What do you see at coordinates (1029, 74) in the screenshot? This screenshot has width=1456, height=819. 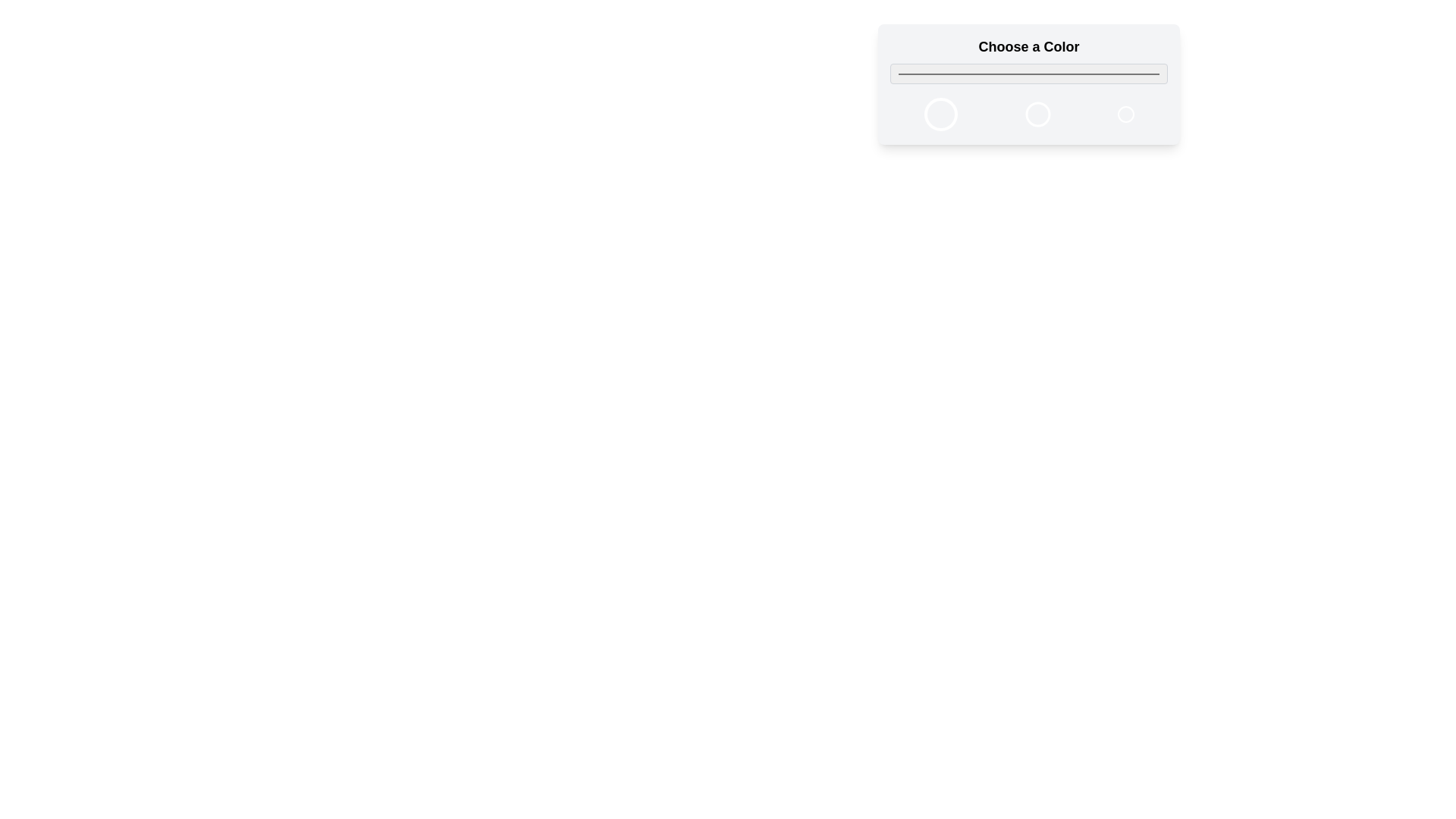 I see `the color selector input field located beneath the 'Choose a Color' label` at bounding box center [1029, 74].